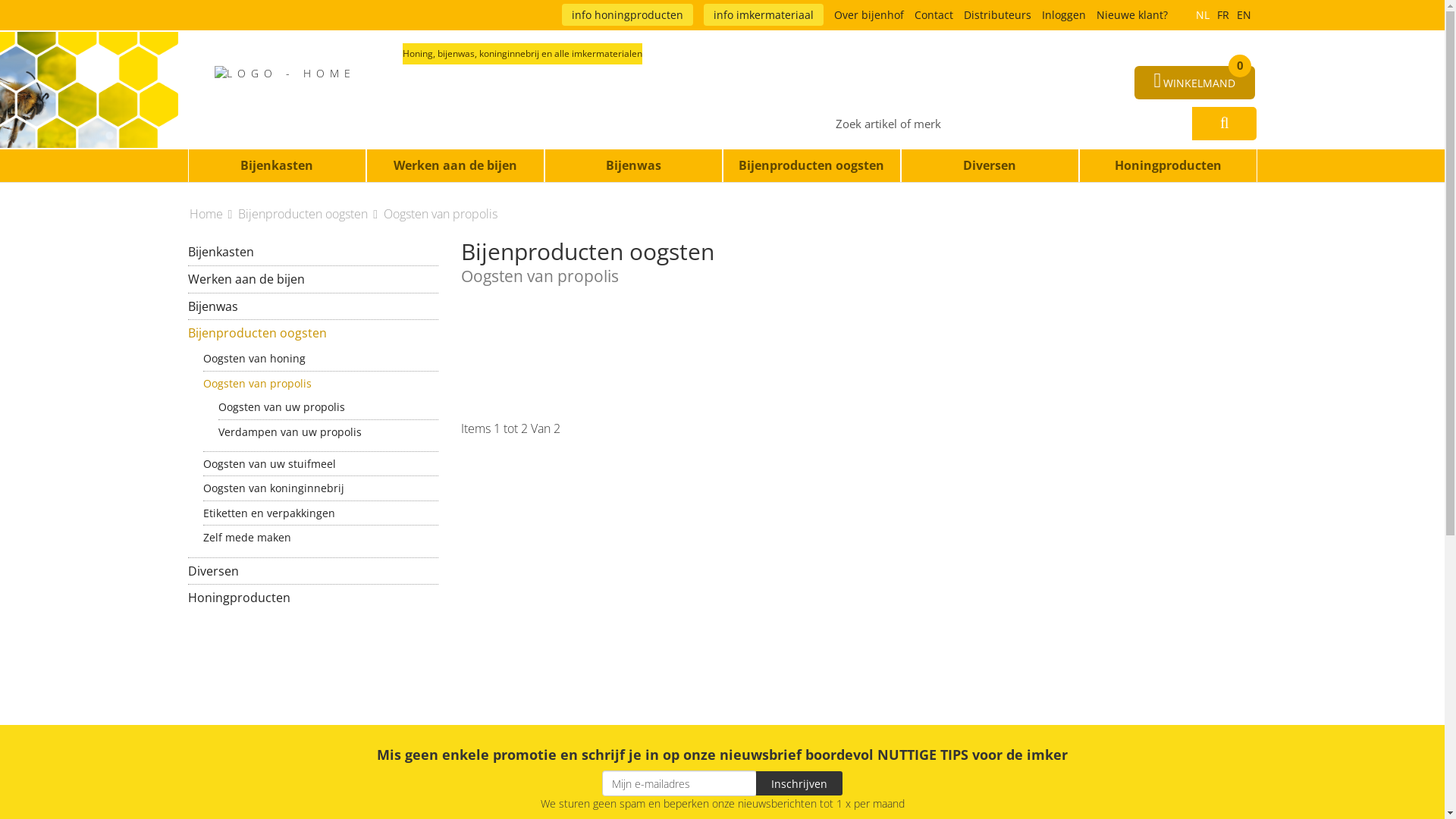 This screenshot has height=819, width=1456. What do you see at coordinates (319, 536) in the screenshot?
I see `'Zelf mede maken'` at bounding box center [319, 536].